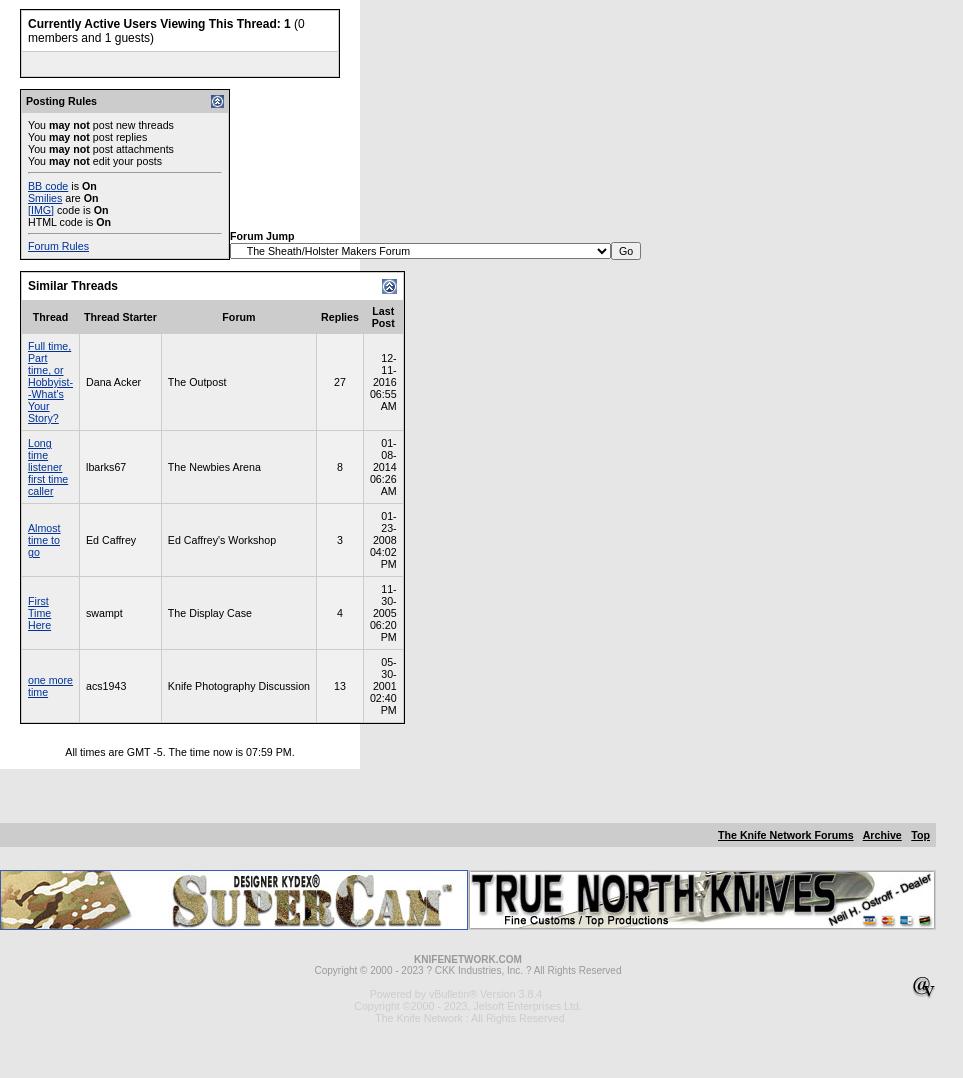 The height and width of the screenshot is (1078, 963). What do you see at coordinates (238, 686) in the screenshot?
I see `'Knife Photography Discussion'` at bounding box center [238, 686].